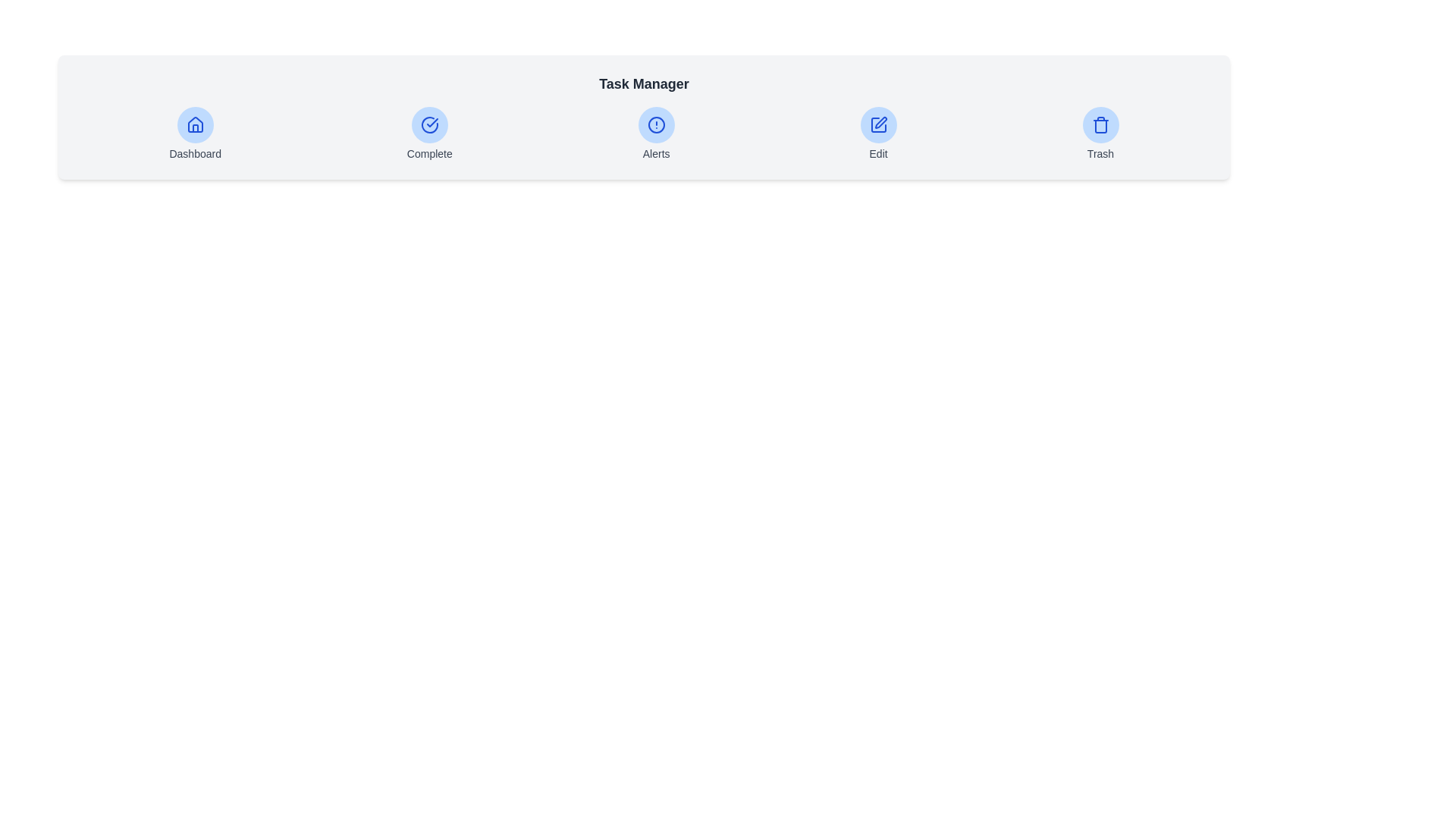  What do you see at coordinates (878, 124) in the screenshot?
I see `the fourth icon from the left in the horizontal layout, labeled 'Edit', below the 'Task Manager' heading` at bounding box center [878, 124].